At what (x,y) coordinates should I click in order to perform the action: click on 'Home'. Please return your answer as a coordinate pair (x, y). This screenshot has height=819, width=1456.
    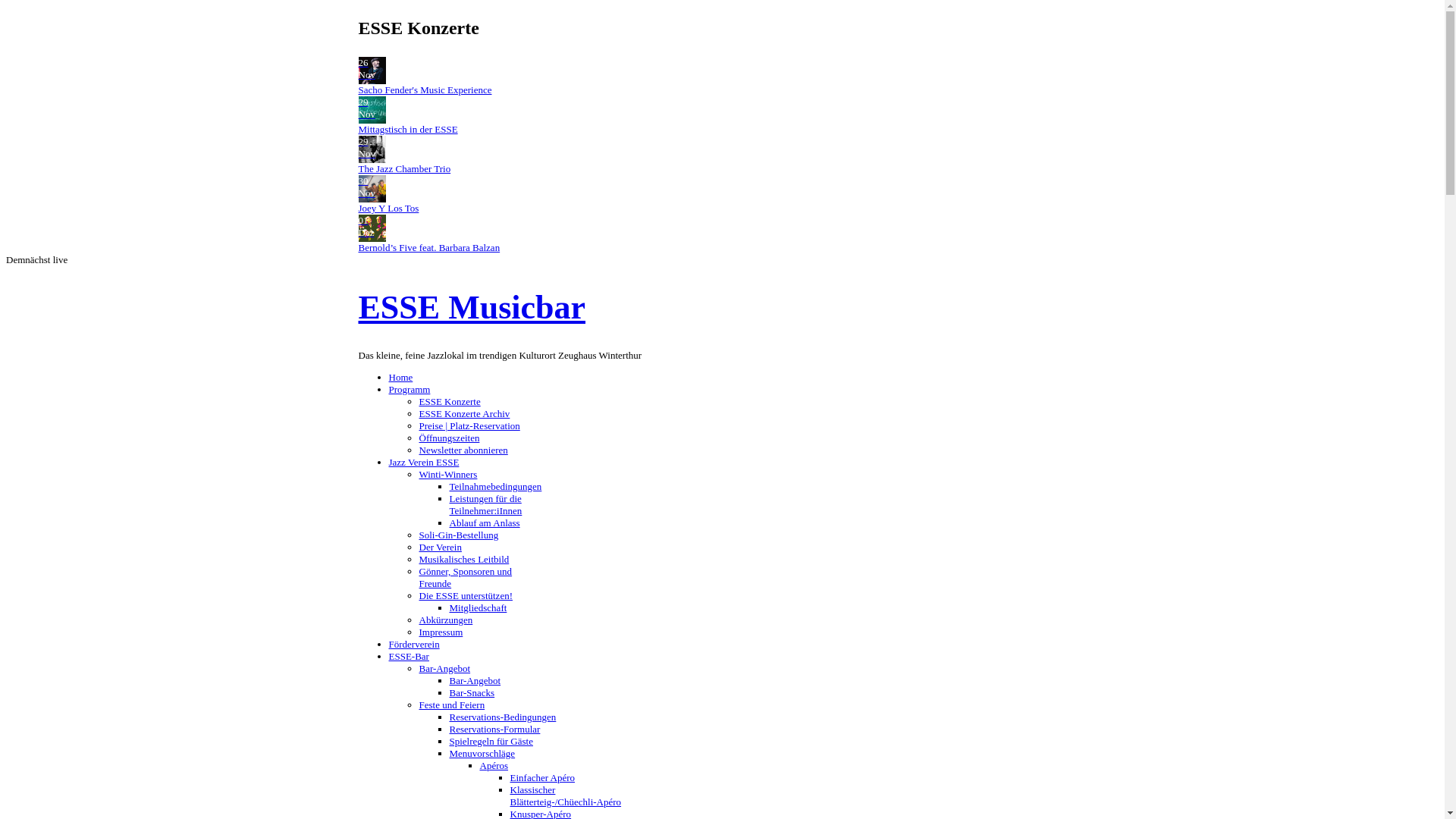
    Looking at the image, I should click on (400, 376).